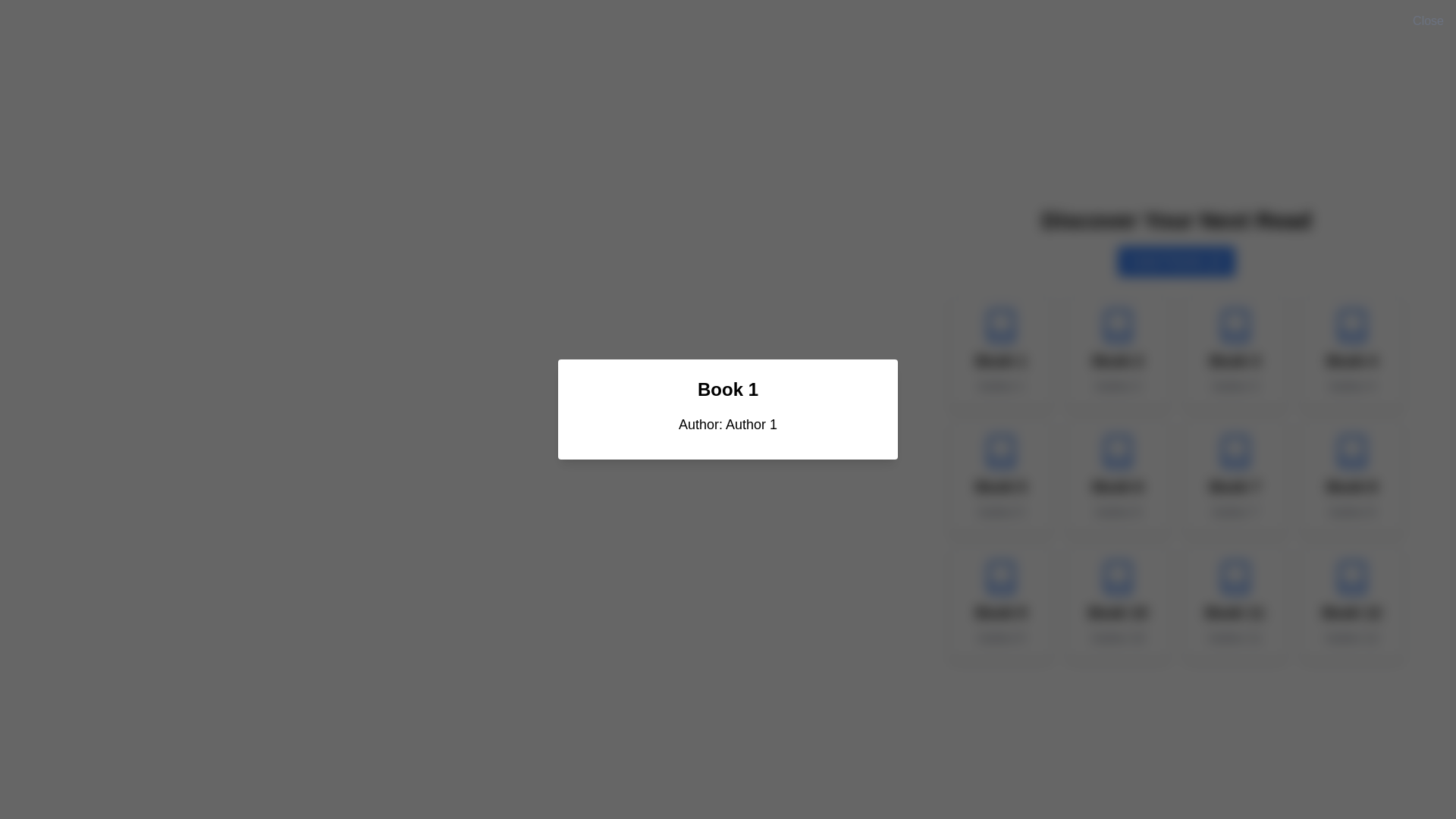 The width and height of the screenshot is (1456, 819). What do you see at coordinates (728, 424) in the screenshot?
I see `the text label displaying 'Author: Author 1', which is located within a card-like component just below the title 'Book 1'` at bounding box center [728, 424].